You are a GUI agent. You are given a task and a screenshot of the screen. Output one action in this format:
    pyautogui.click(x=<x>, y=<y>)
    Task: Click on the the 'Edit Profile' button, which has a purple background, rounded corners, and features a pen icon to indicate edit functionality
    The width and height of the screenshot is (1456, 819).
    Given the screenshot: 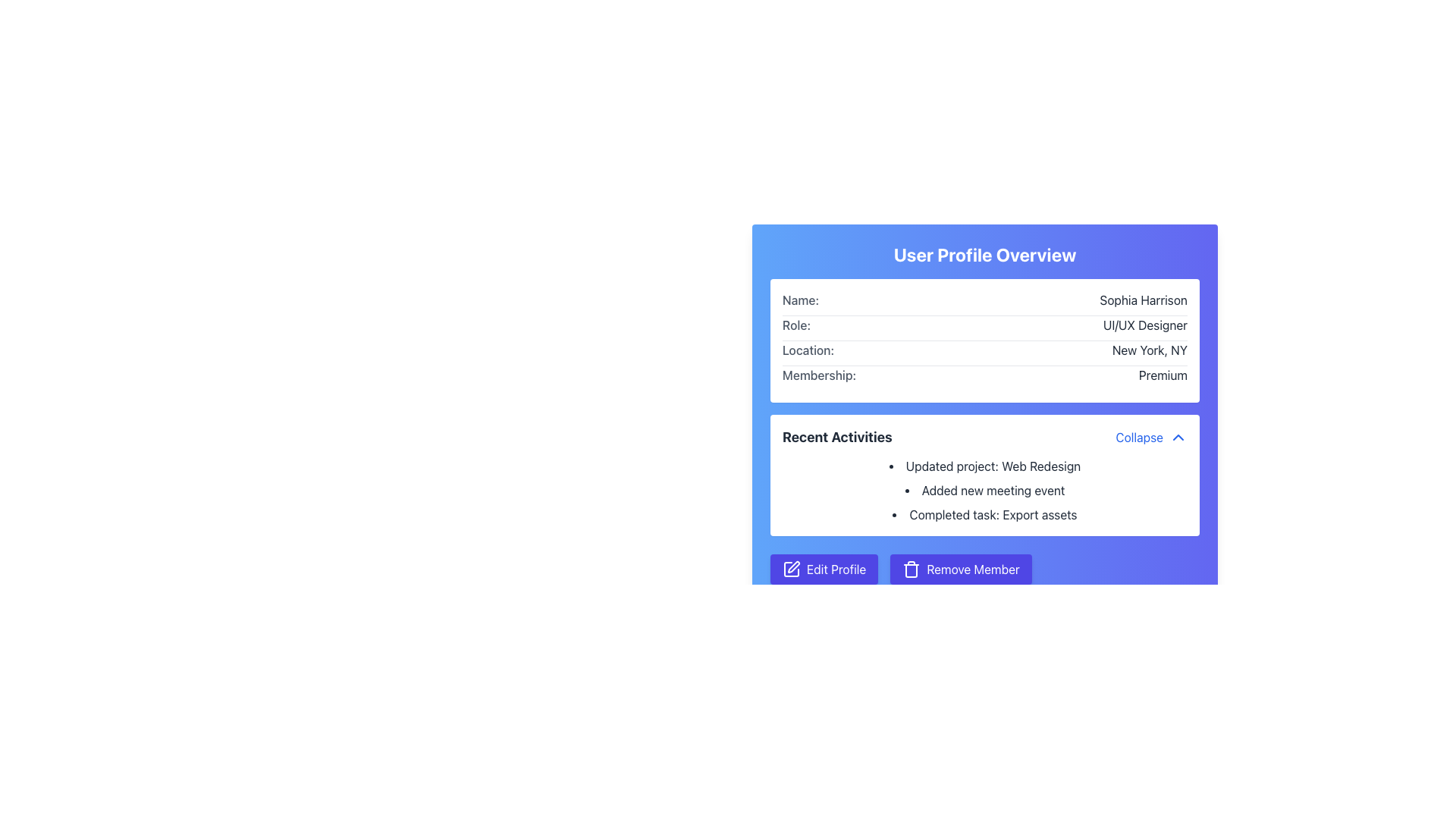 What is the action you would take?
    pyautogui.click(x=824, y=570)
    